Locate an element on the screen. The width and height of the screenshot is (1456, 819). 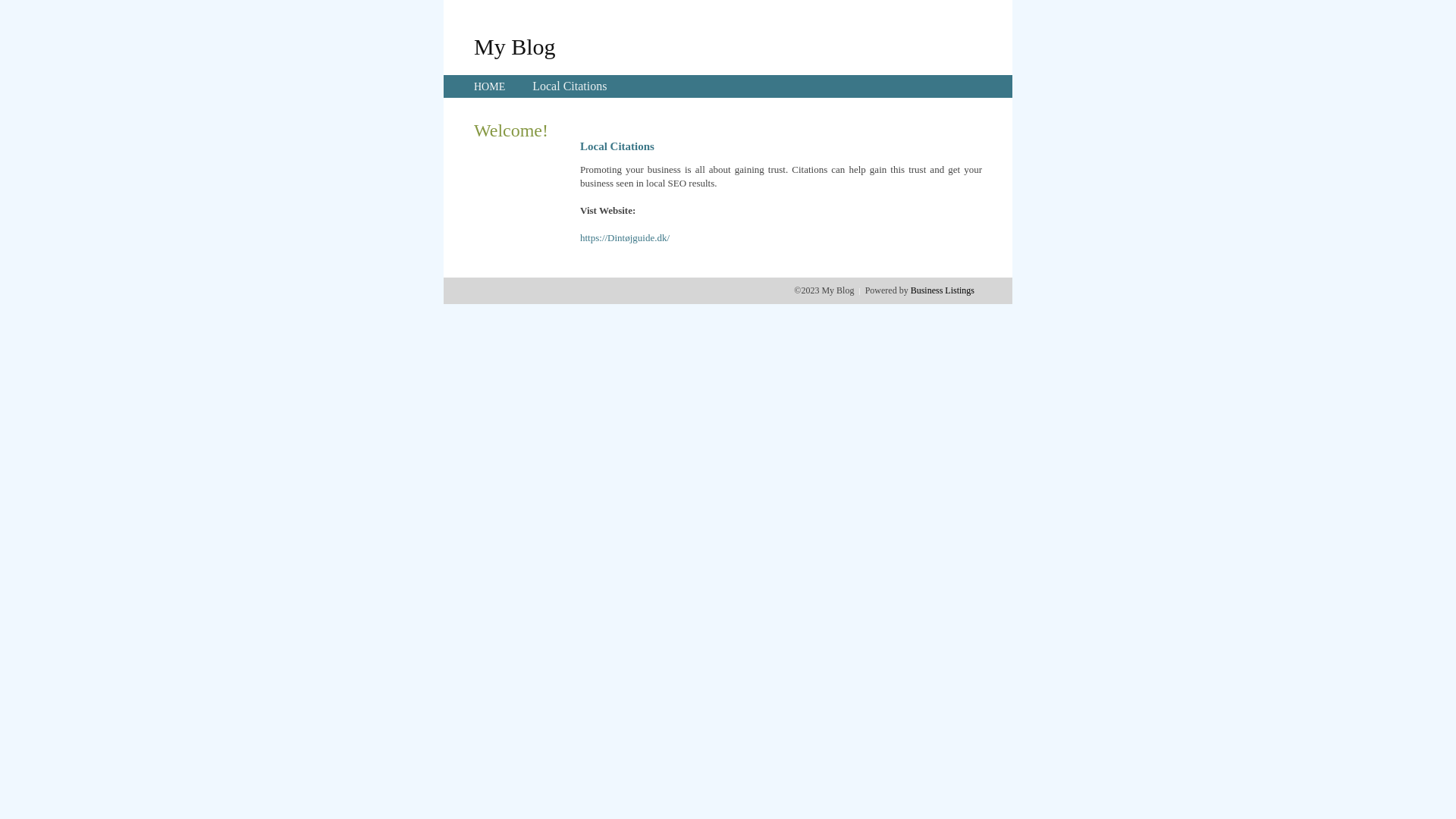
'HOME' is located at coordinates (489, 86).